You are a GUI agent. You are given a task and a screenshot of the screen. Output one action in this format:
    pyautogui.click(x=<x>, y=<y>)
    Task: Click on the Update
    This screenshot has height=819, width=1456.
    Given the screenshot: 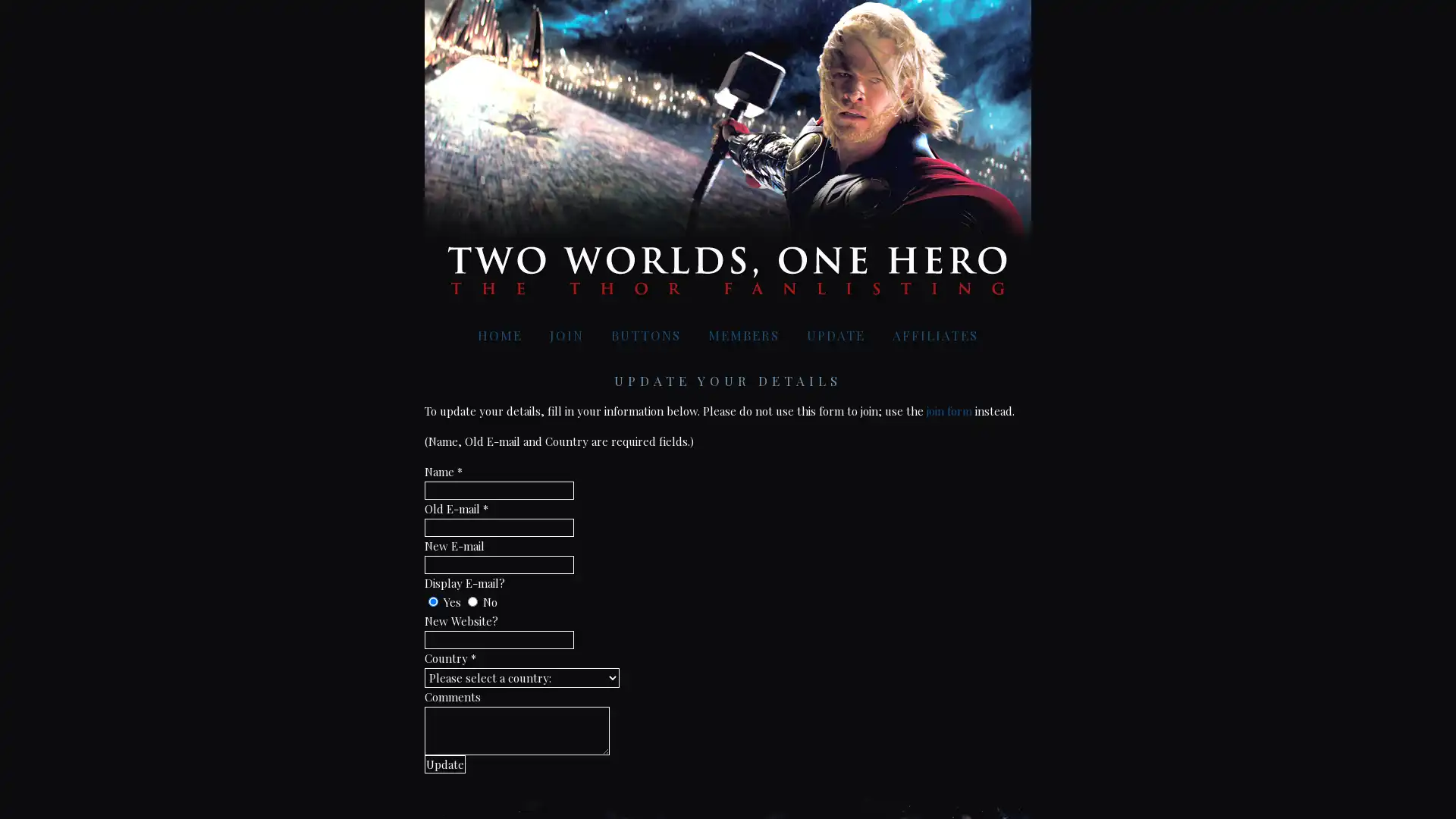 What is the action you would take?
    pyautogui.click(x=444, y=764)
    